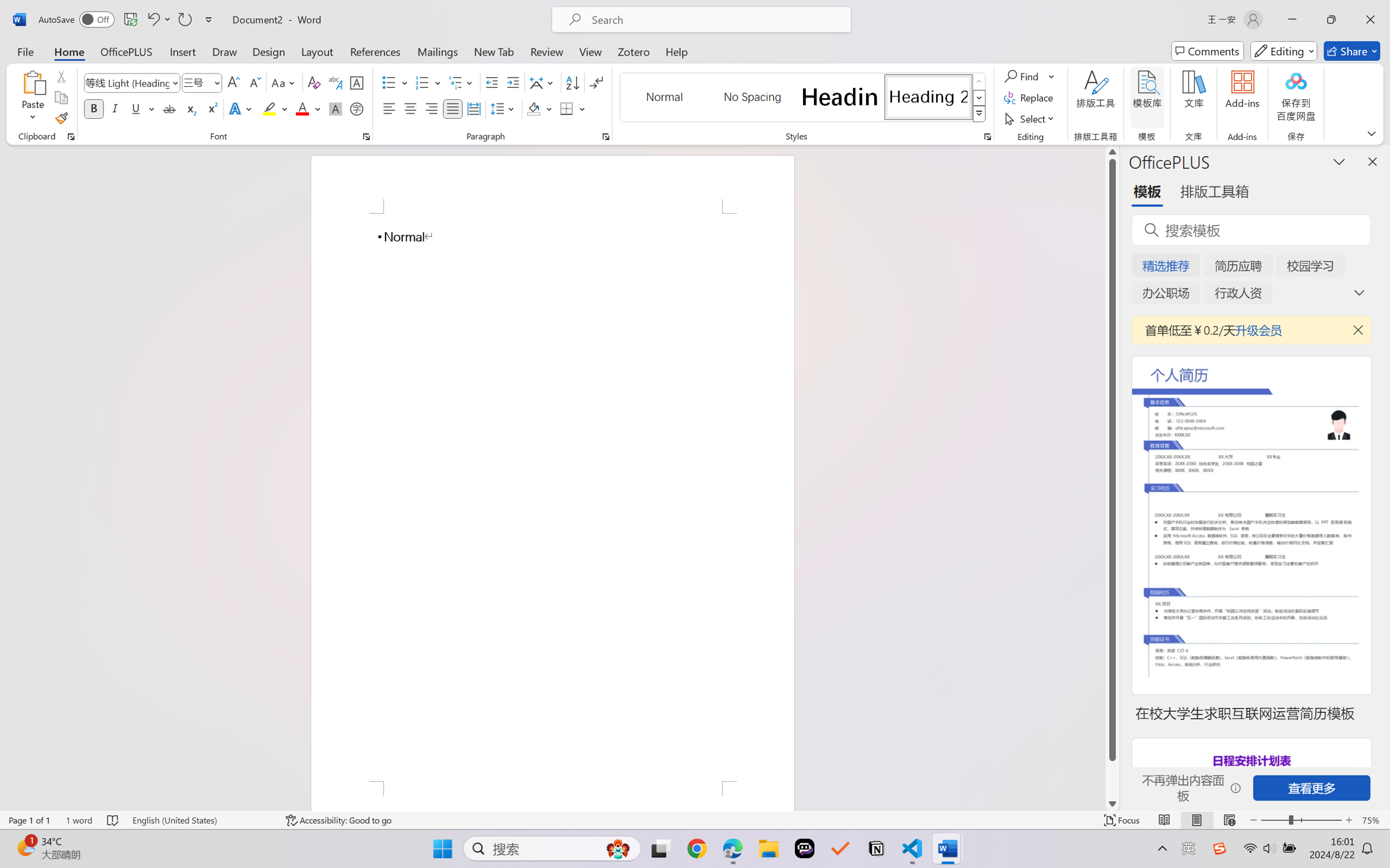 The image size is (1390, 868). Describe the element at coordinates (338, 820) in the screenshot. I see `'Accessibility Checker Accessibility: Good to go'` at that location.